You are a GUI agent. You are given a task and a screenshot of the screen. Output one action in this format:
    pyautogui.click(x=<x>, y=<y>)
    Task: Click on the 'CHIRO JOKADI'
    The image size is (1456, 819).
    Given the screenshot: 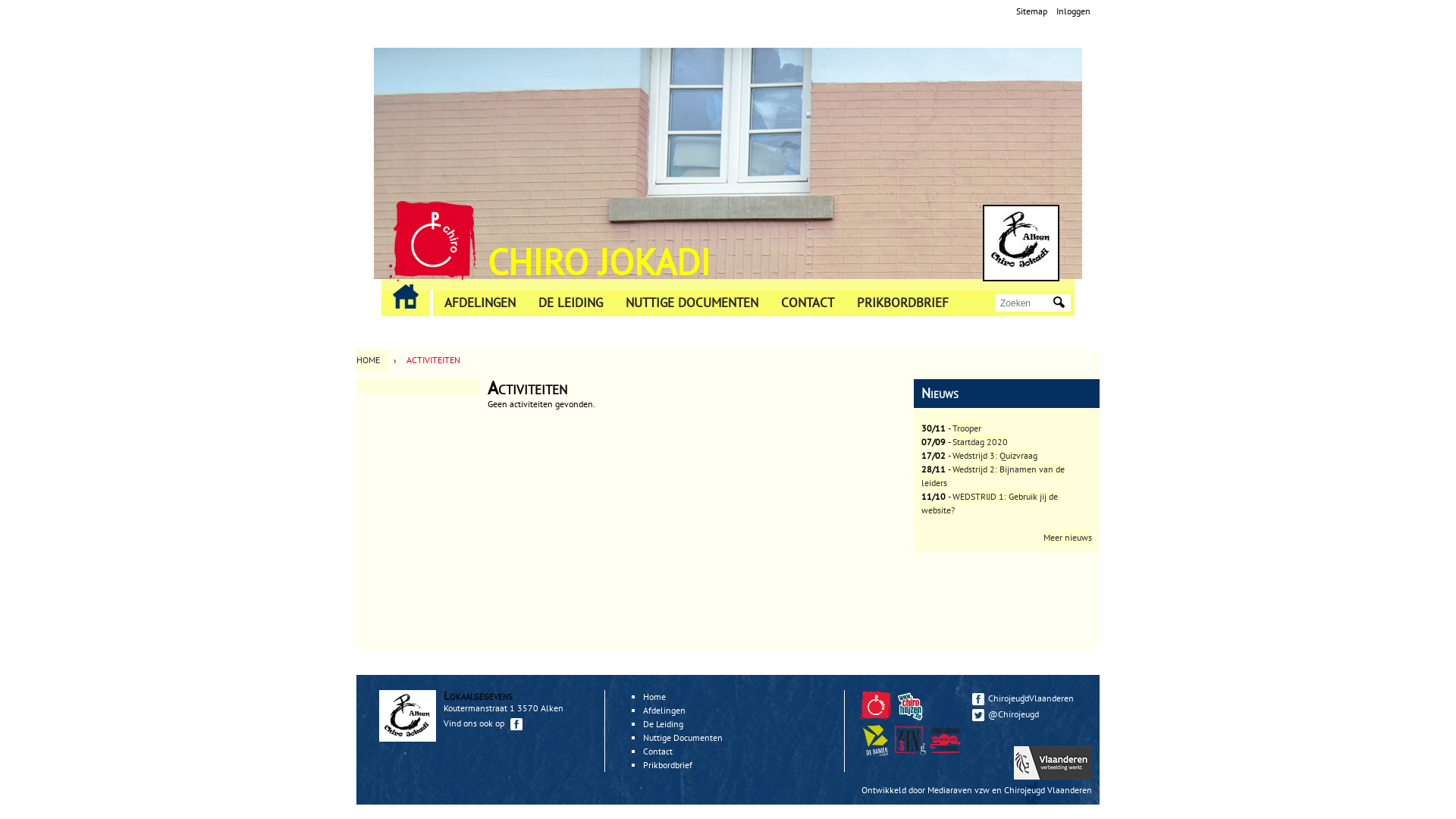 What is the action you would take?
    pyautogui.click(x=598, y=260)
    